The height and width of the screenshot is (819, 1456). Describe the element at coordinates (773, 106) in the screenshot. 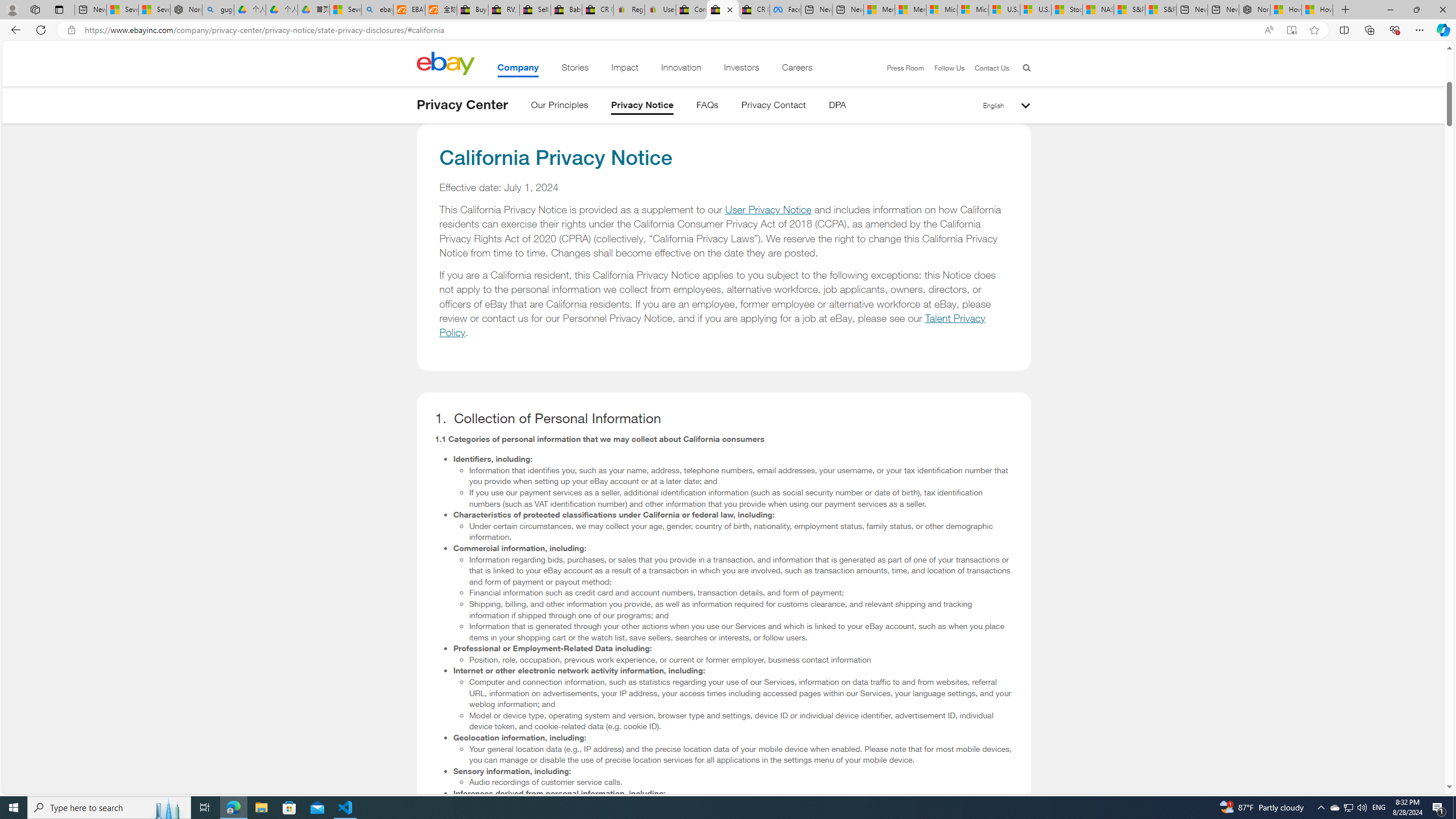

I see `'Privacy Contact'` at that location.